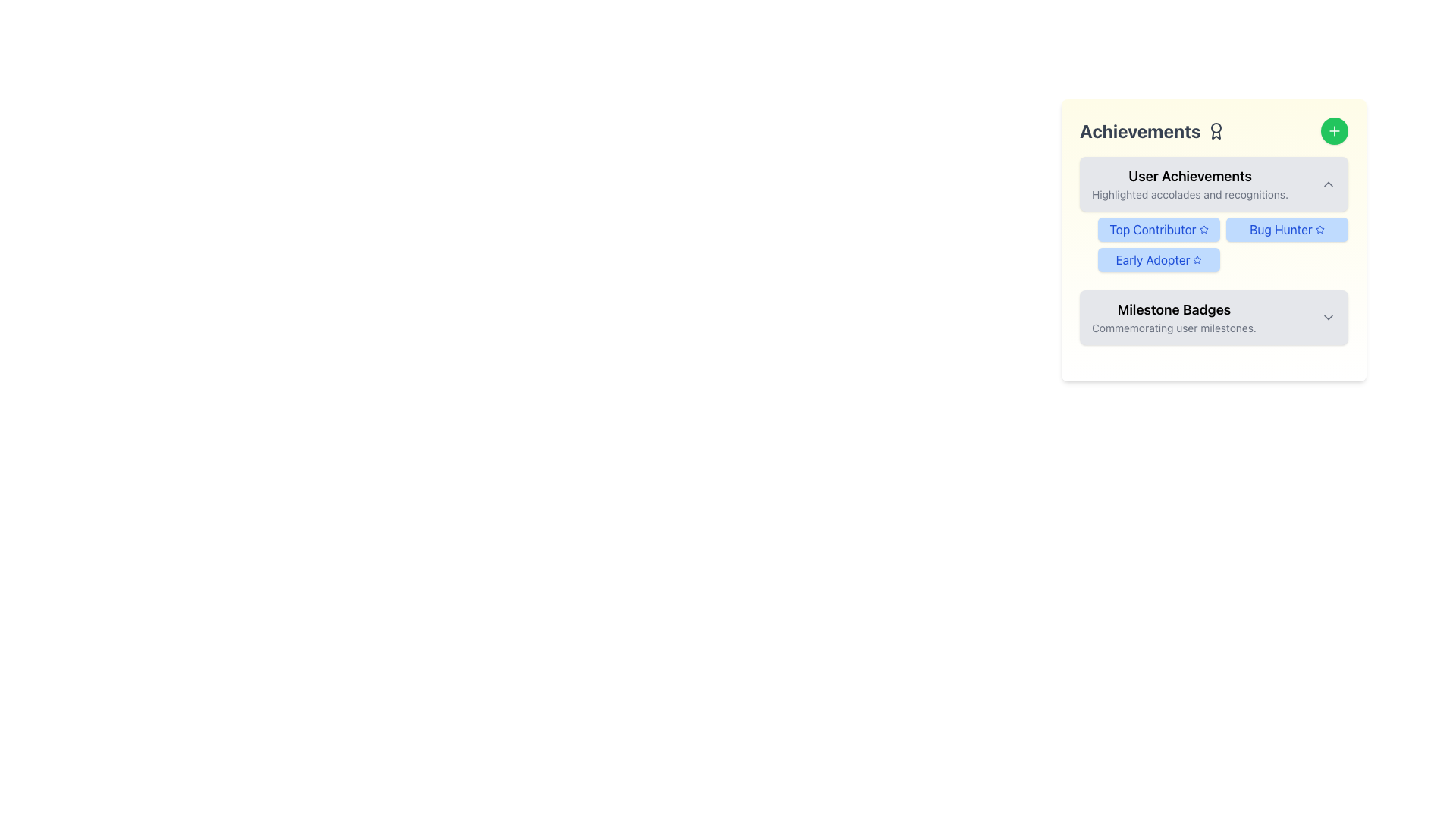 Image resolution: width=1456 pixels, height=819 pixels. I want to click on the small, vividly green circular button with a white cross icon located at the top-right corner of the 'Achievements' panel, so click(1335, 130).